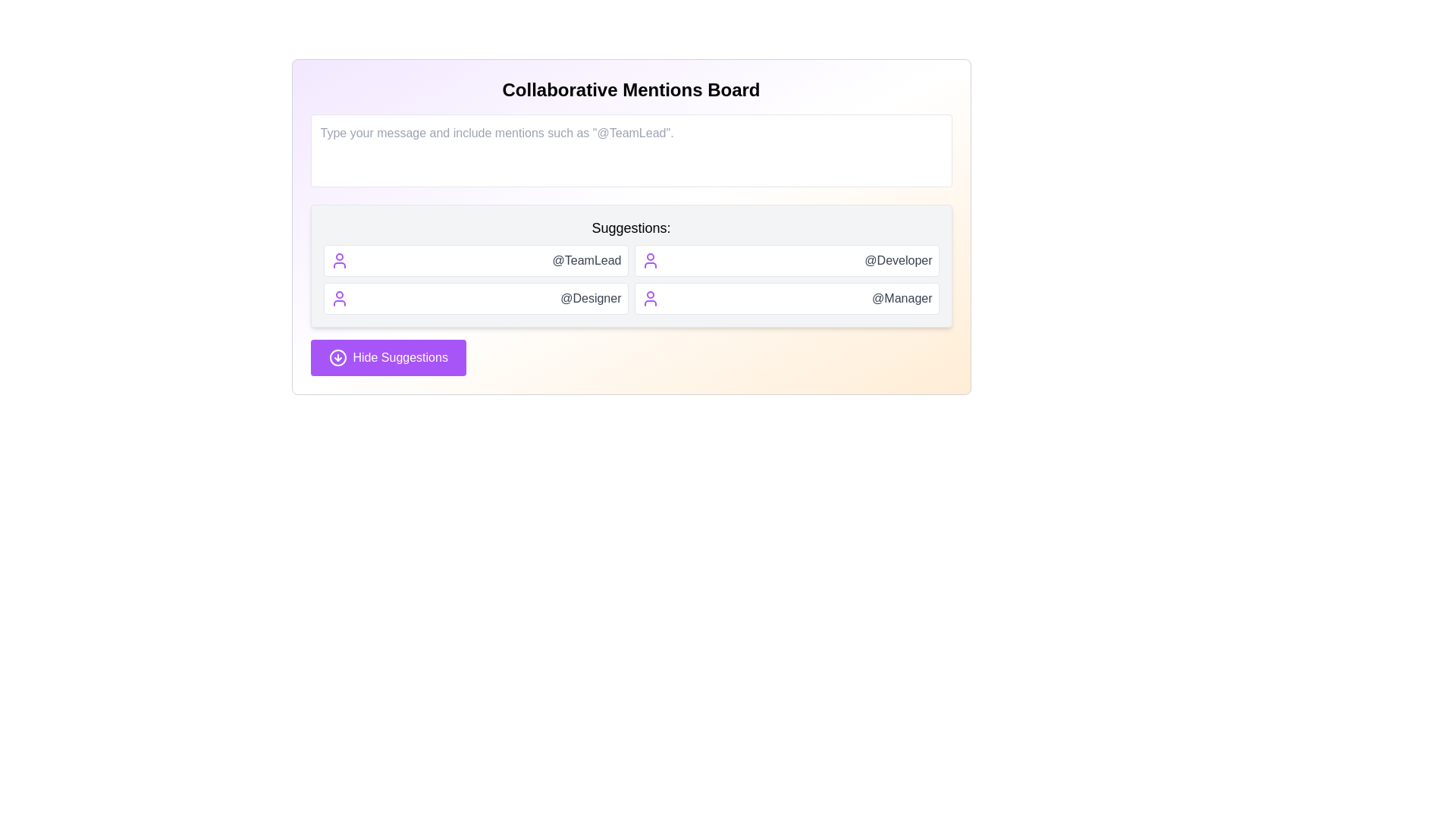 The image size is (1456, 819). I want to click on the user profile icon representing the '@Designer' suggestion located in the third item of the suggestions list, so click(650, 298).